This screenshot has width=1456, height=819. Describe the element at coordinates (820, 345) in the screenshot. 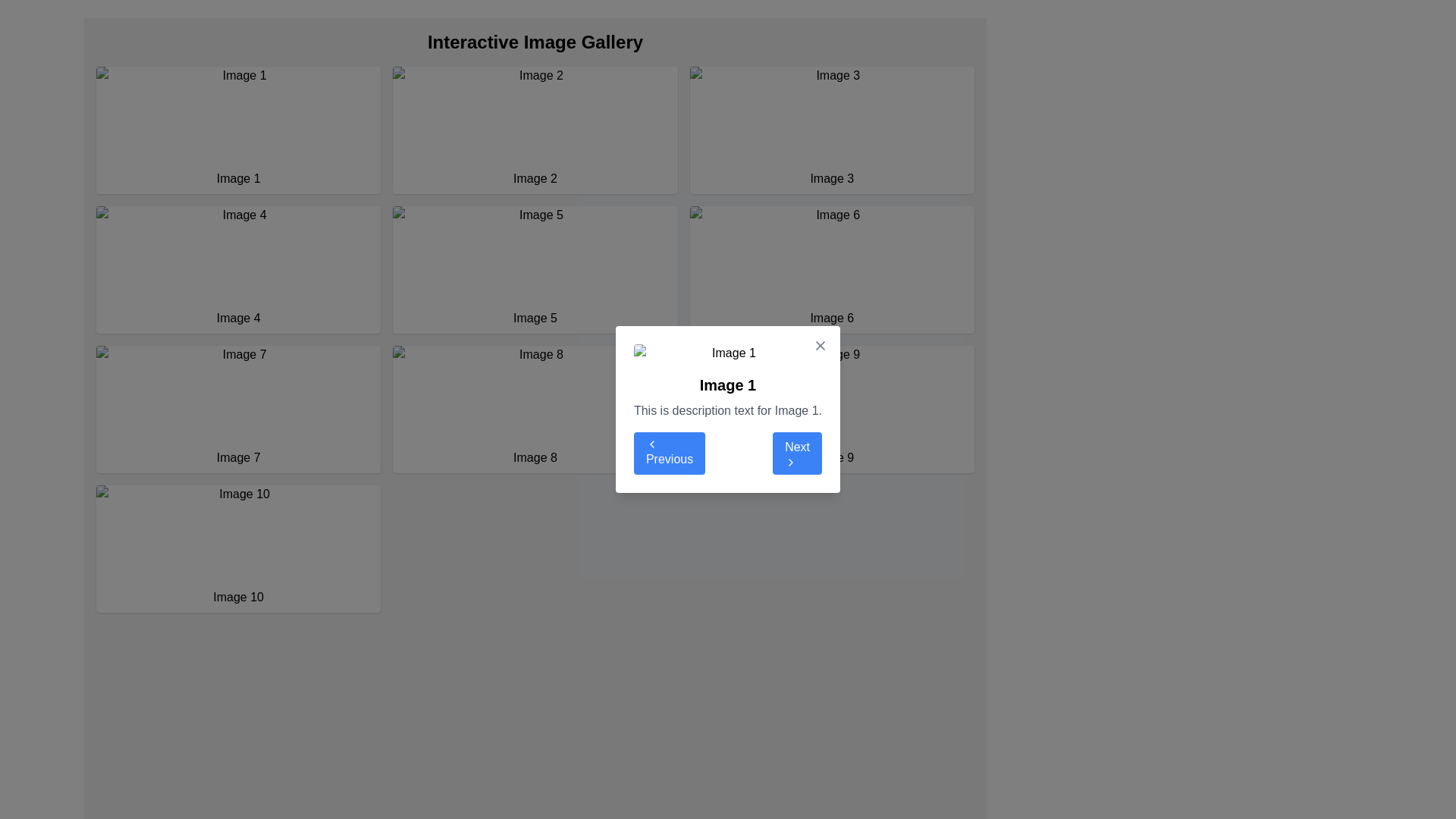

I see `the close button in the top-right corner of the modal dialog box, which is styled as a minimalistic vector graphic icon resembling a cross` at that location.